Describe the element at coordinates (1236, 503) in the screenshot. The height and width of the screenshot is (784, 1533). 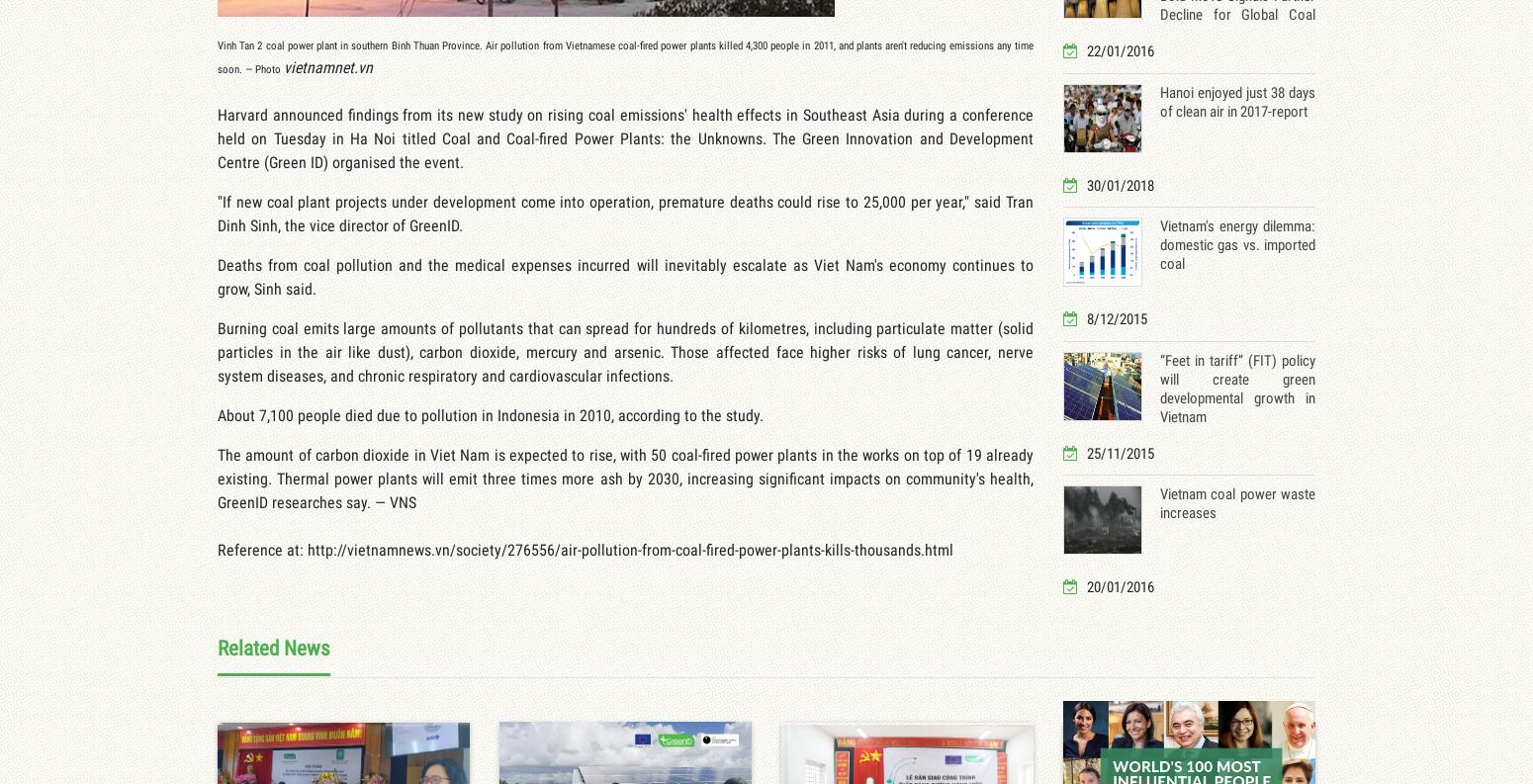
I see `'Vietnam coal power waste increases'` at that location.